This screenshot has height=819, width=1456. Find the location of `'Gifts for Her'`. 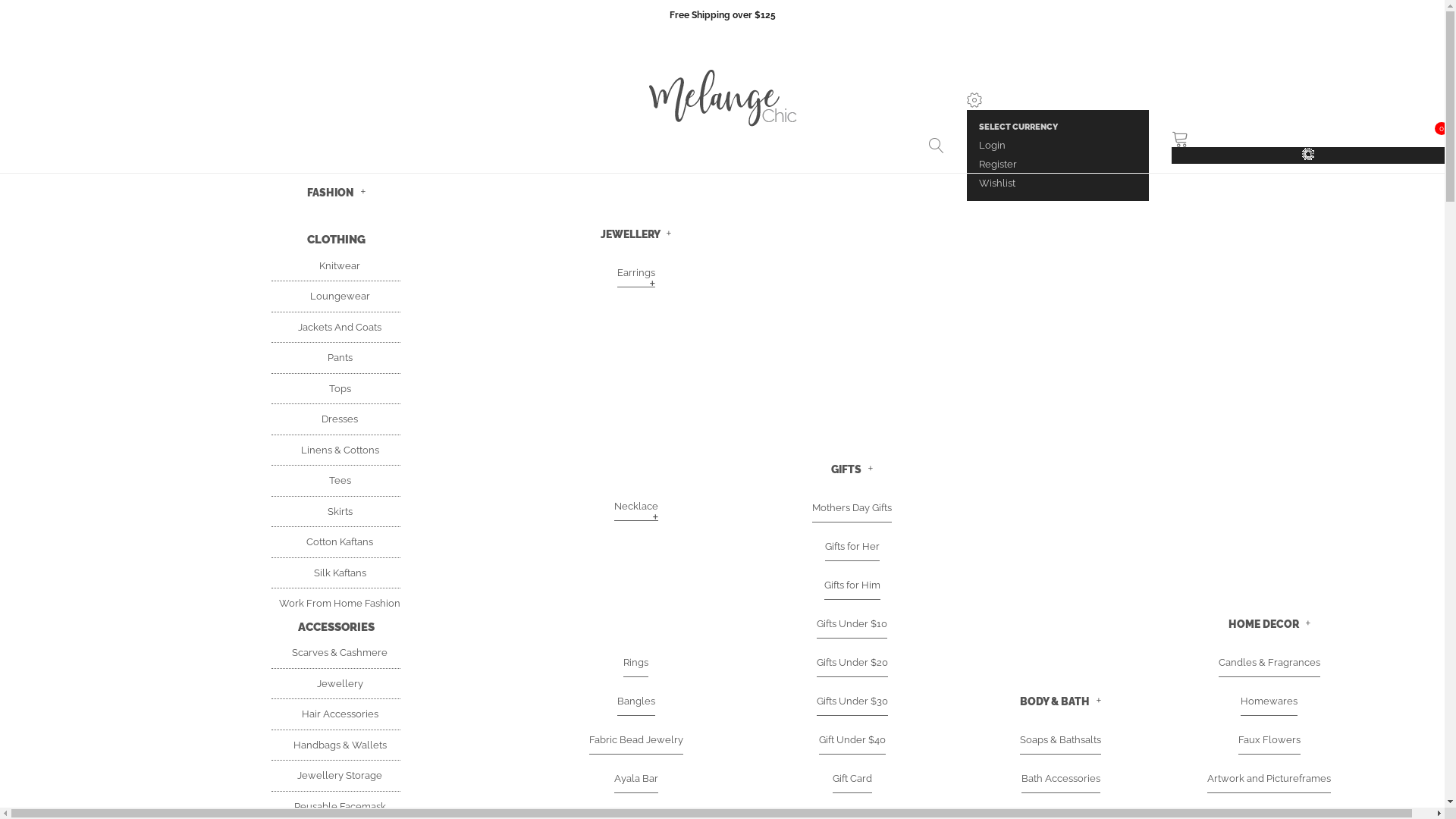

'Gifts for Her' is located at coordinates (824, 547).